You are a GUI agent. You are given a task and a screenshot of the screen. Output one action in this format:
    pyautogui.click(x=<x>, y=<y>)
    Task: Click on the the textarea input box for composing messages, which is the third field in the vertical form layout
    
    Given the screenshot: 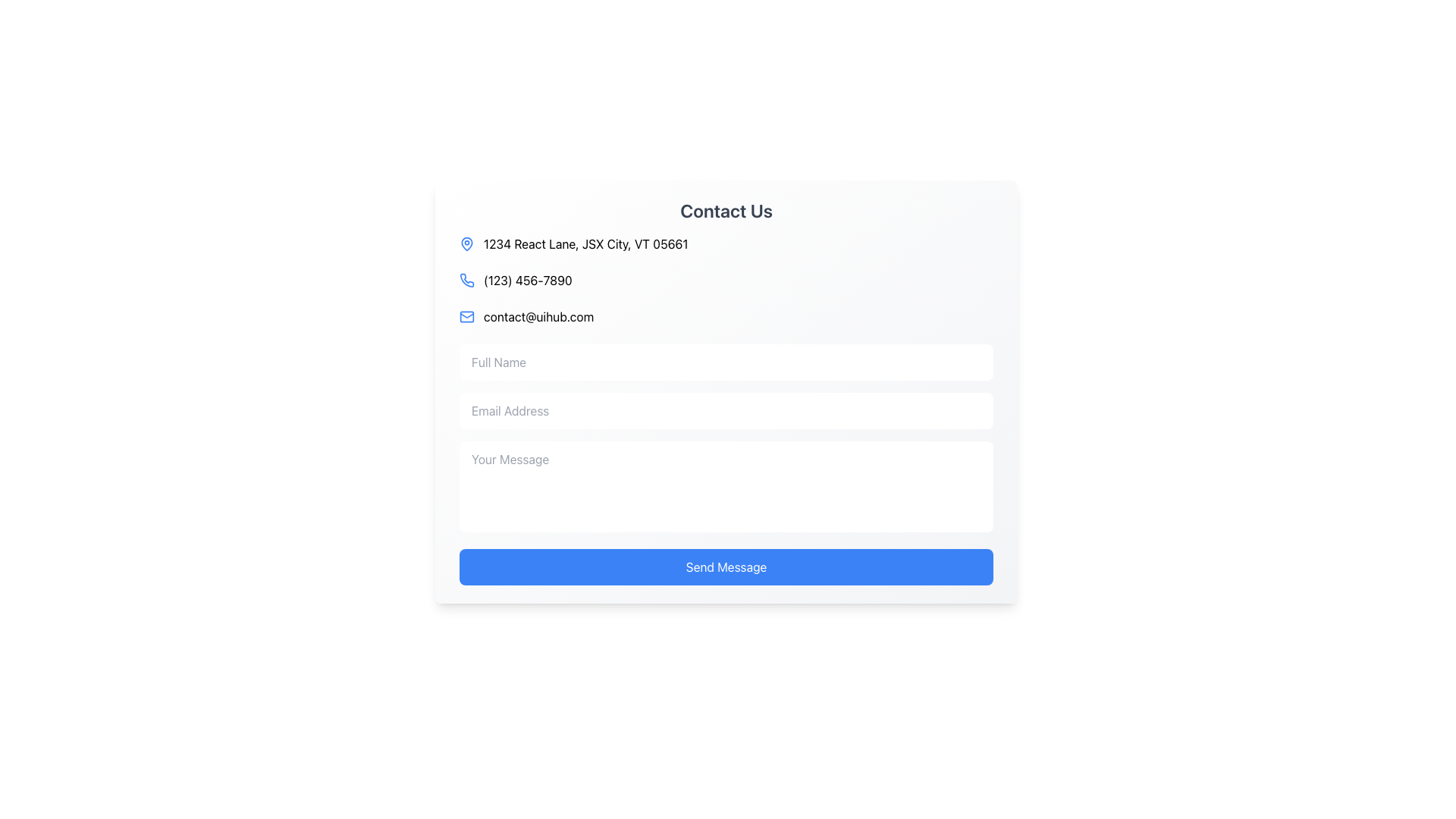 What is the action you would take?
    pyautogui.click(x=726, y=488)
    